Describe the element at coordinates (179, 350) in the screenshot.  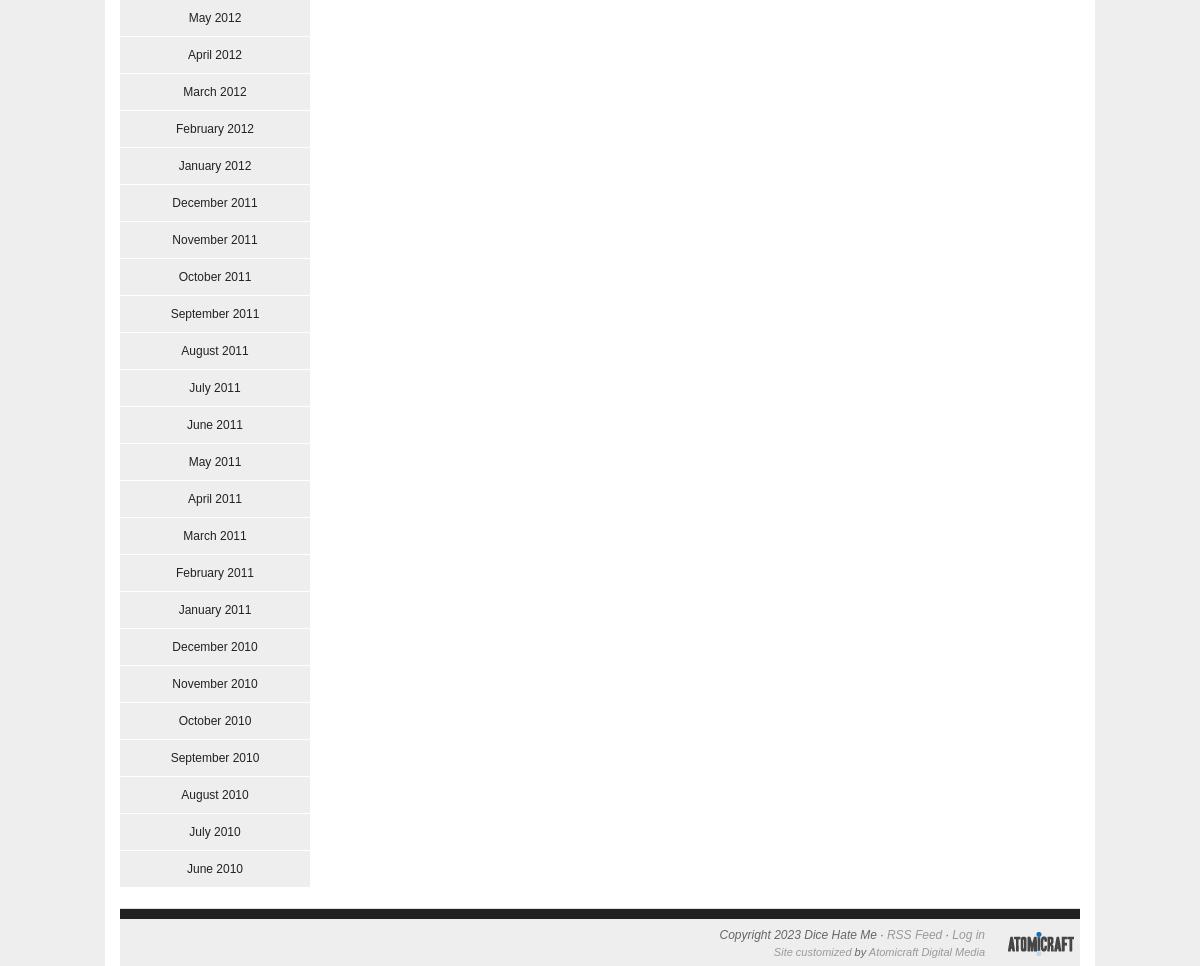
I see `'August 2011'` at that location.